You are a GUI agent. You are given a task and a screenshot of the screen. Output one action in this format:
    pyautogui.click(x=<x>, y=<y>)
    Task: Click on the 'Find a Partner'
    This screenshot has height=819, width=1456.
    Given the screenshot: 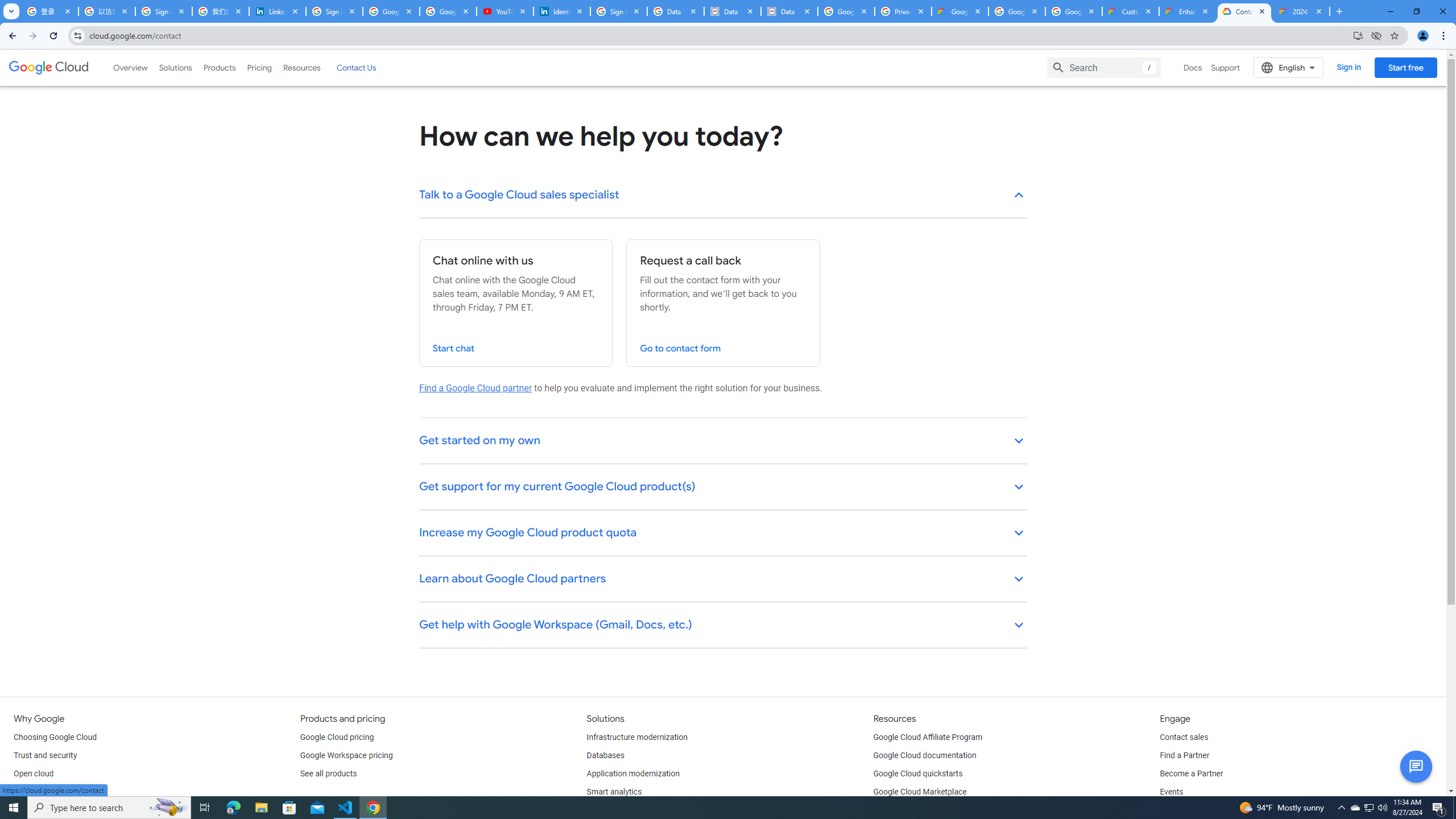 What is the action you would take?
    pyautogui.click(x=1184, y=755)
    